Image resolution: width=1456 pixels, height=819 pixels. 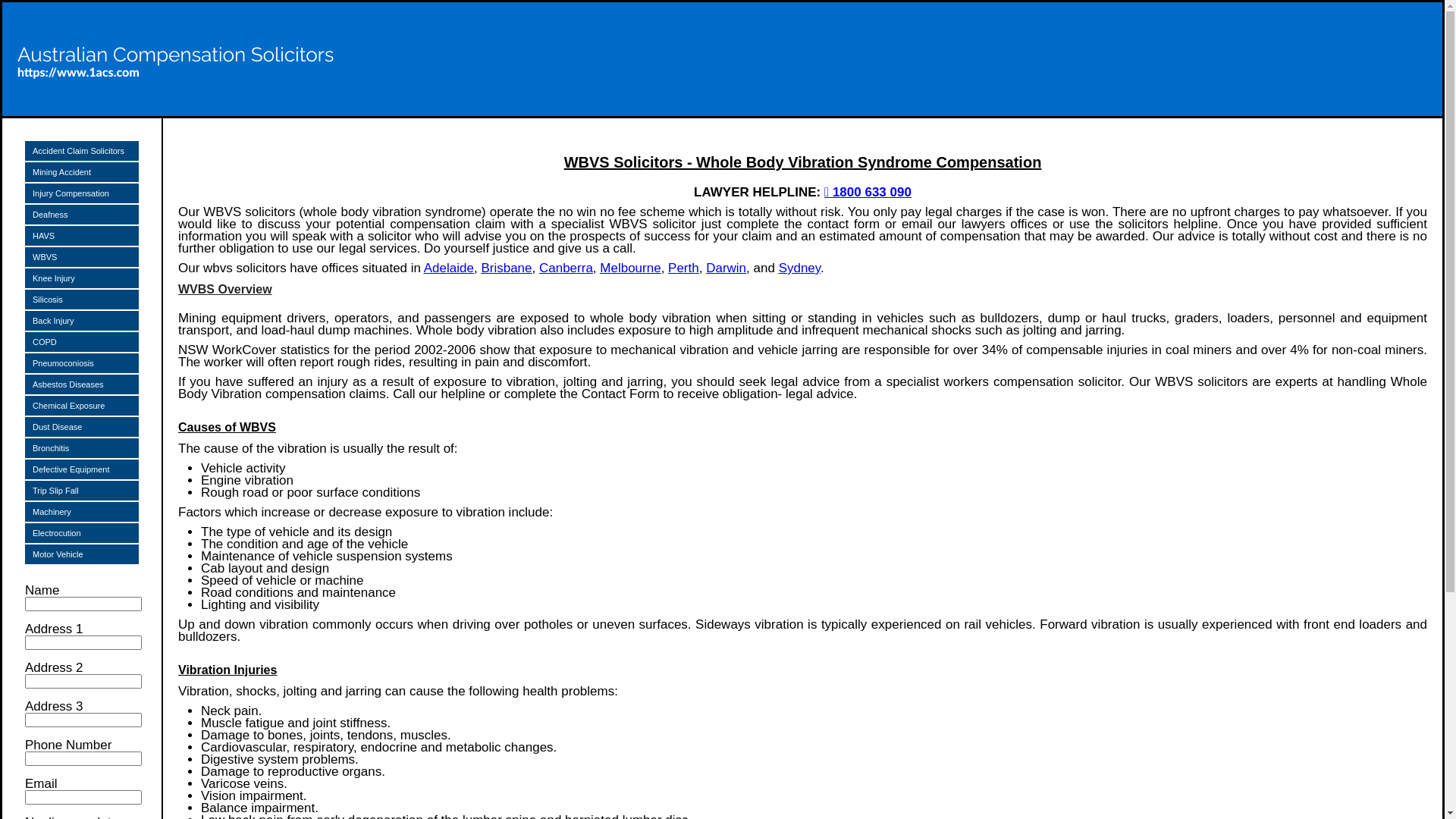 What do you see at coordinates (799, 267) in the screenshot?
I see `'Sydney'` at bounding box center [799, 267].